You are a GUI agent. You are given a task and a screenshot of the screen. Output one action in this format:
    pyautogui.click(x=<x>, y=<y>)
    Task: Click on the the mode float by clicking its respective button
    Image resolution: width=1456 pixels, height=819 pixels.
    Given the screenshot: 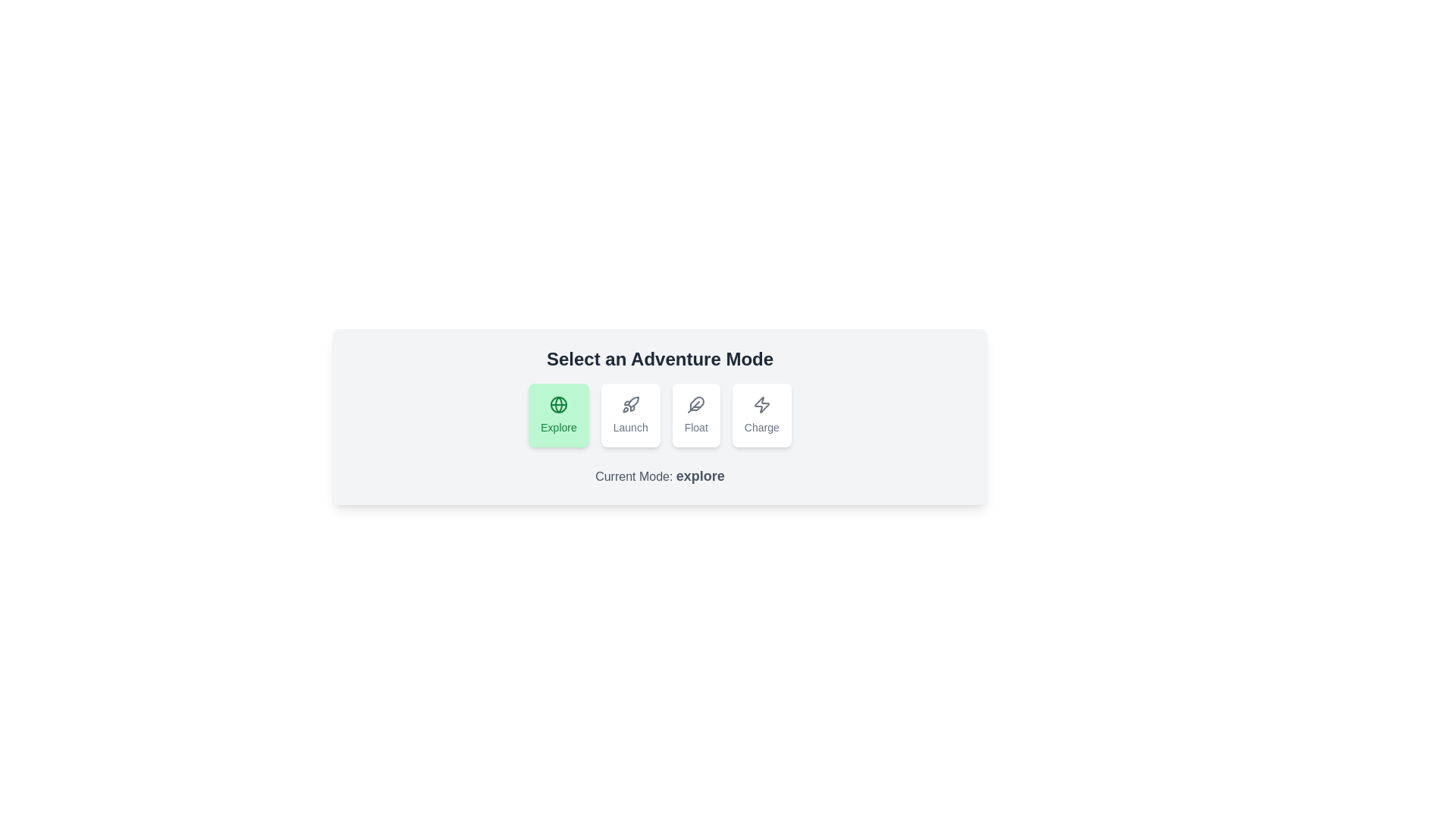 What is the action you would take?
    pyautogui.click(x=695, y=415)
    